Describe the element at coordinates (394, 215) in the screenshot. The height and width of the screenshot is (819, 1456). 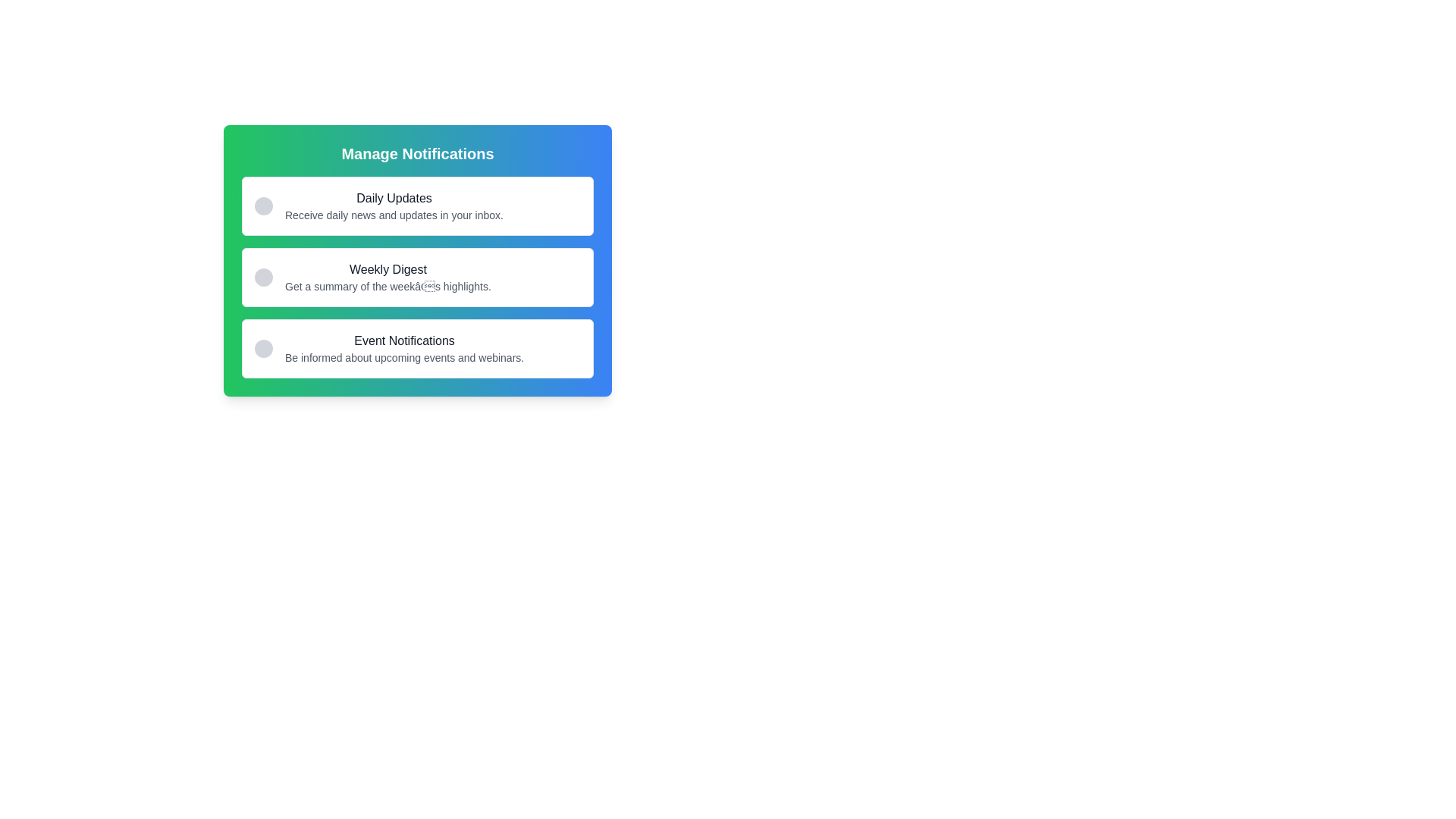
I see `informational text label that states 'Receive daily news and updates in your inbox.' located below the heading 'Daily Updates.'` at that location.